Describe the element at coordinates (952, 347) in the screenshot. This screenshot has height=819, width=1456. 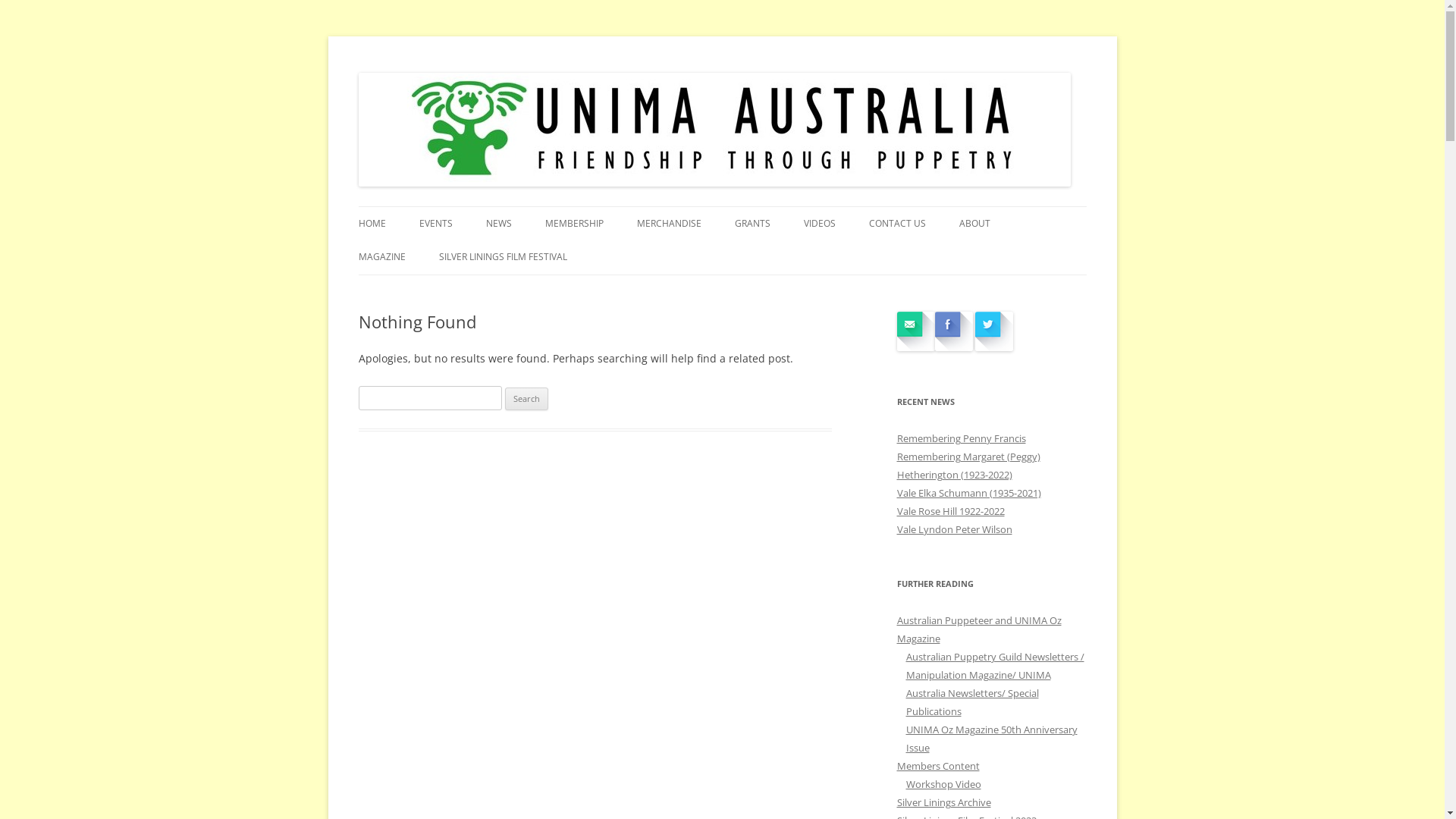
I see `'UNIMA Australia on Facebook'` at that location.